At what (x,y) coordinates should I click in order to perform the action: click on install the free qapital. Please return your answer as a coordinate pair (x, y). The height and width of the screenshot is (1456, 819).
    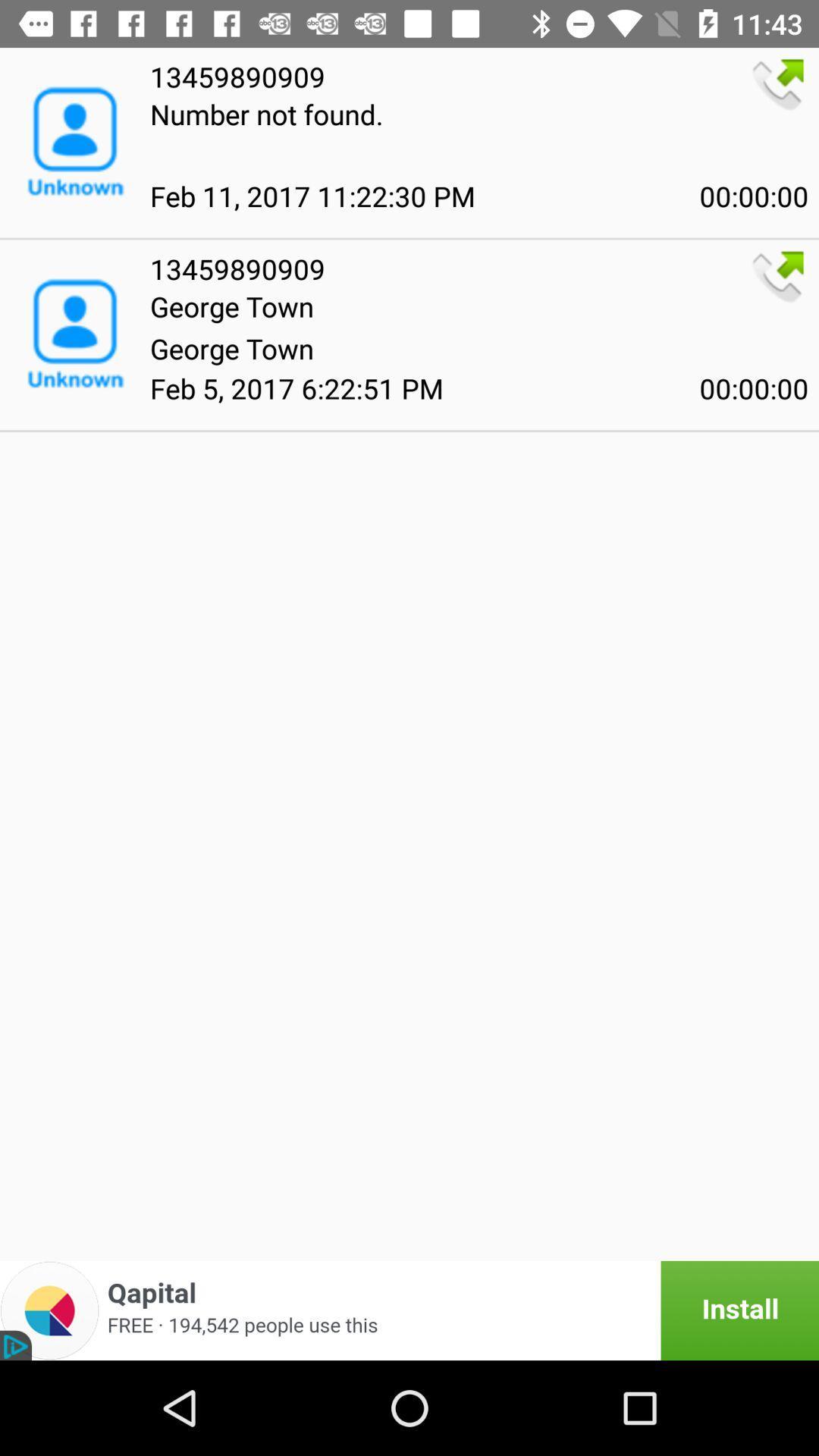
    Looking at the image, I should click on (409, 1310).